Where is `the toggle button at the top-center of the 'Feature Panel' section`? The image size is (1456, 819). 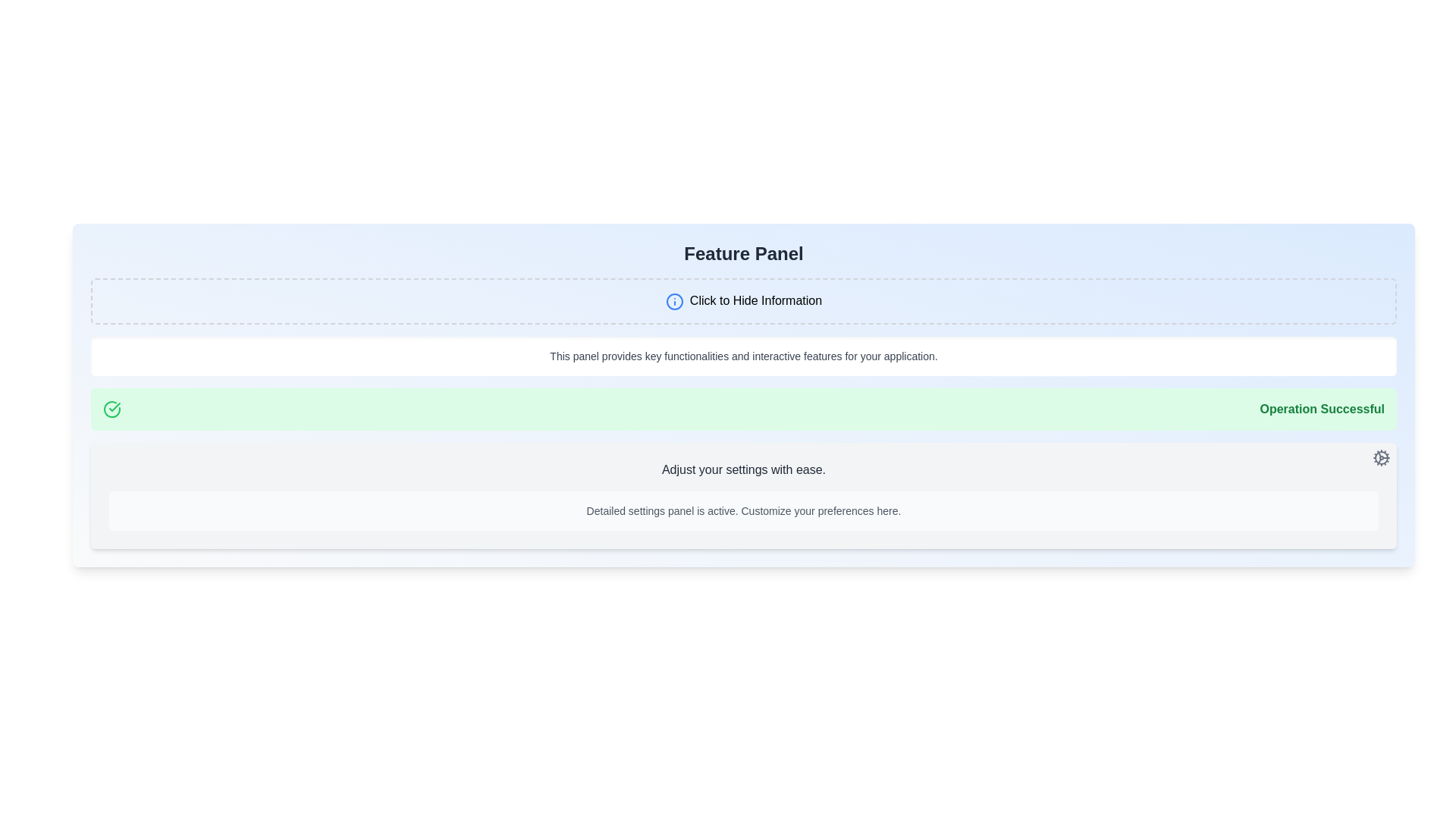 the toggle button at the top-center of the 'Feature Panel' section is located at coordinates (743, 301).